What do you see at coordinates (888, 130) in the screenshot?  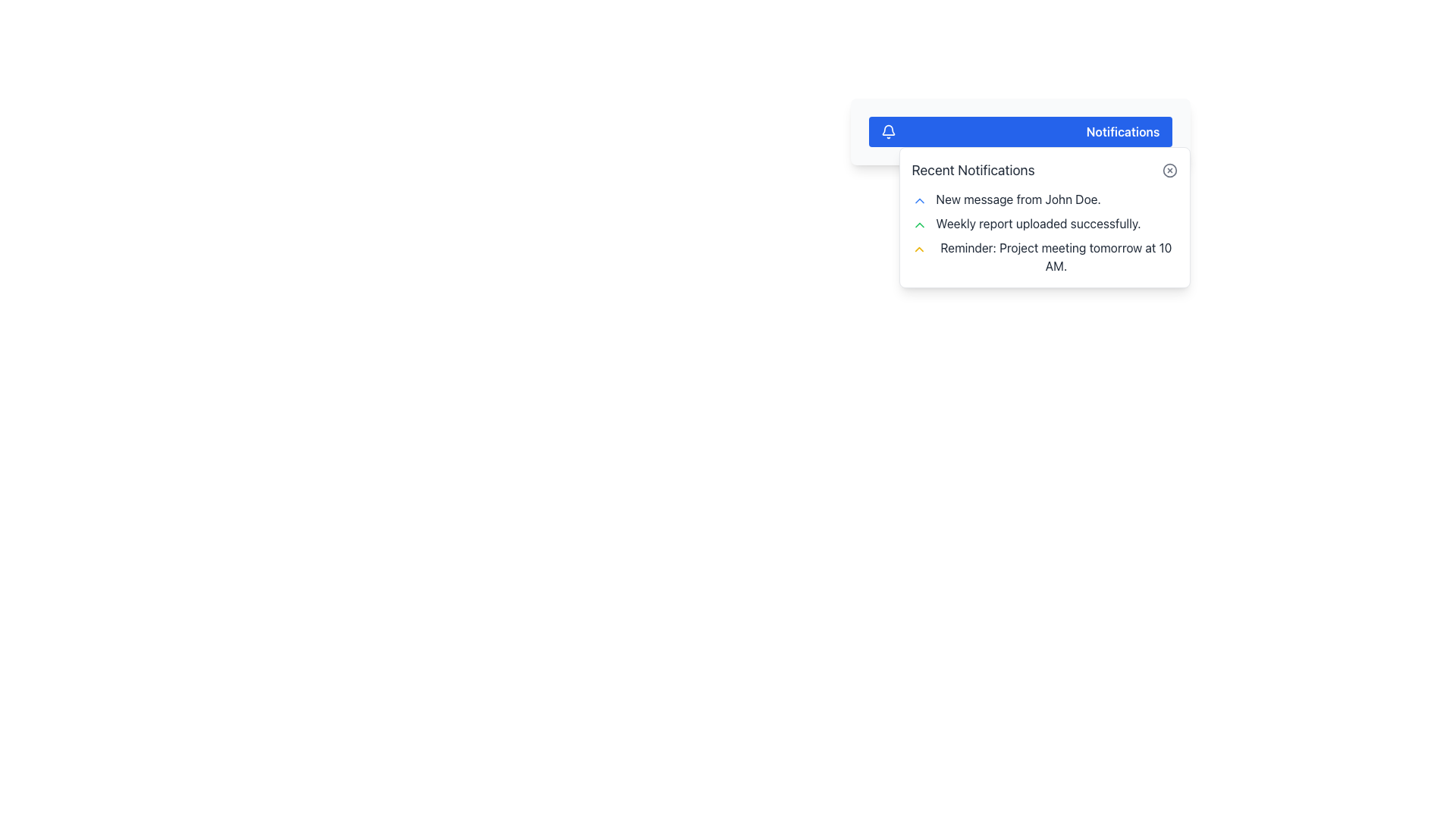 I see `the bell-shaped icon with a blue background located at the top-left of the notification dropdown` at bounding box center [888, 130].